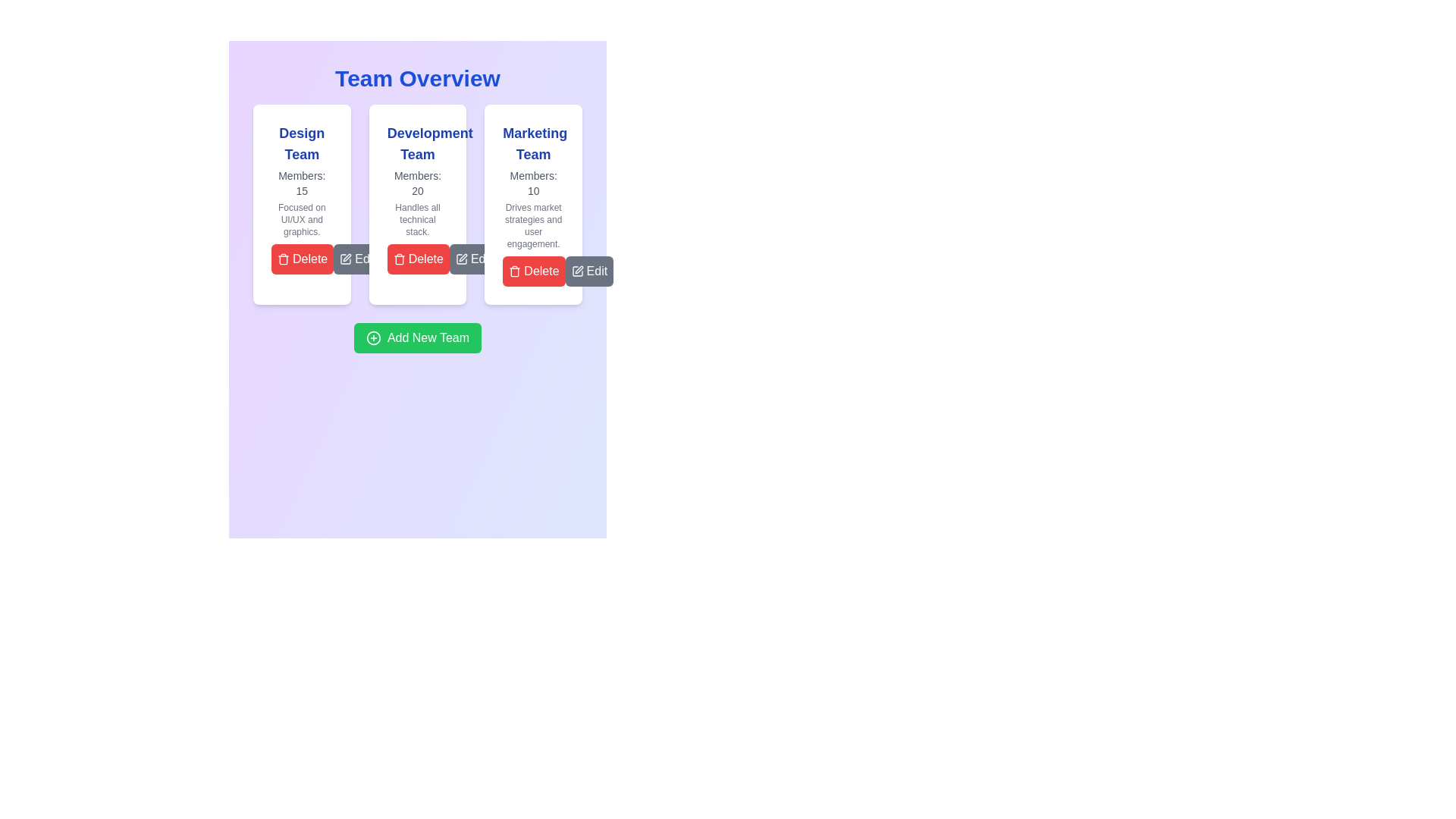  Describe the element at coordinates (418, 143) in the screenshot. I see `the 'Development Team' text label, which is styled with bold blue text and located at the top of the centered card in a grid of three cards` at that location.